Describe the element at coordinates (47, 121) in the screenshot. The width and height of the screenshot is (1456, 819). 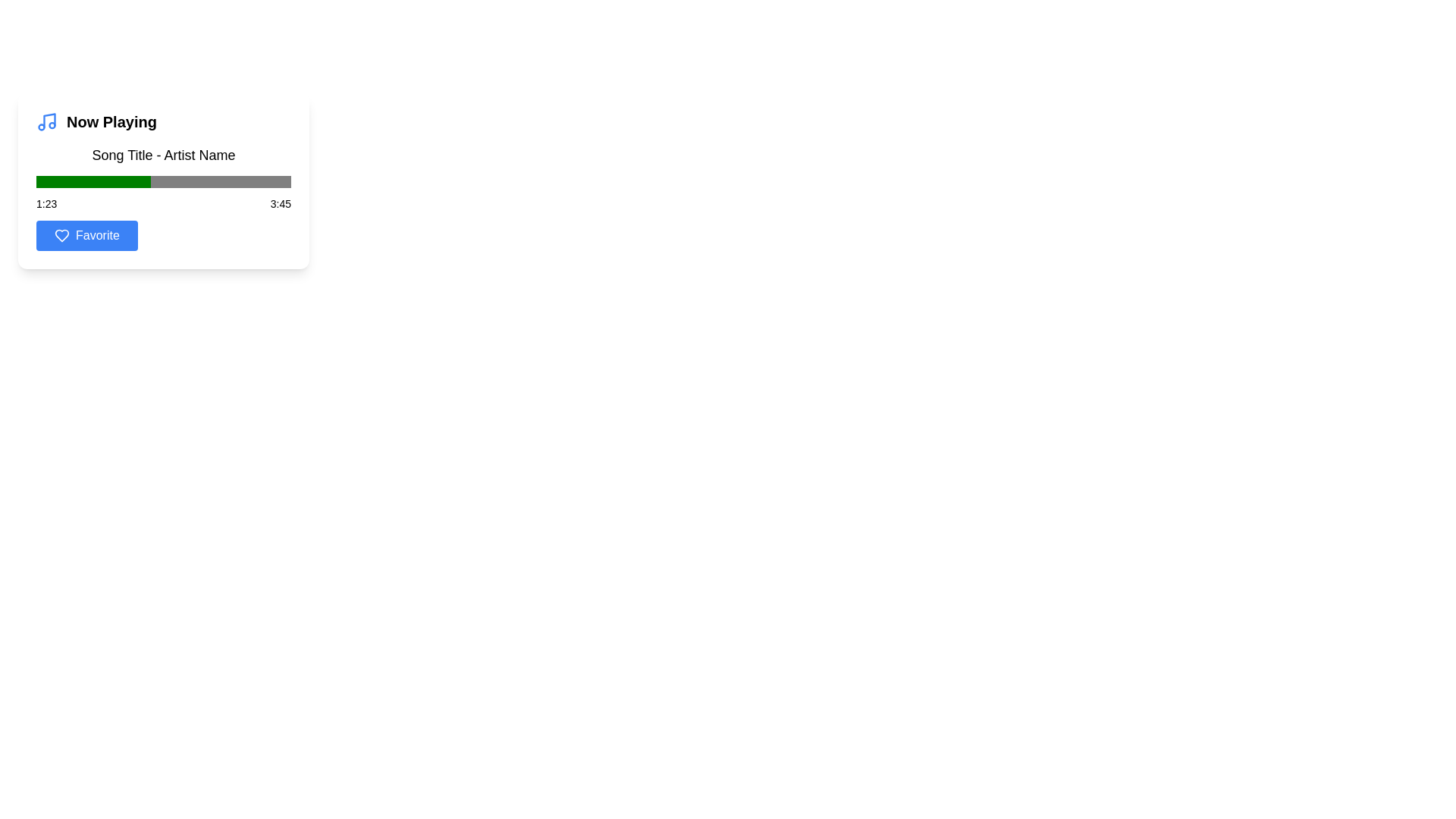
I see `the decorative musical icon located to the far left of the 'Now Playing' section in the interface` at that location.